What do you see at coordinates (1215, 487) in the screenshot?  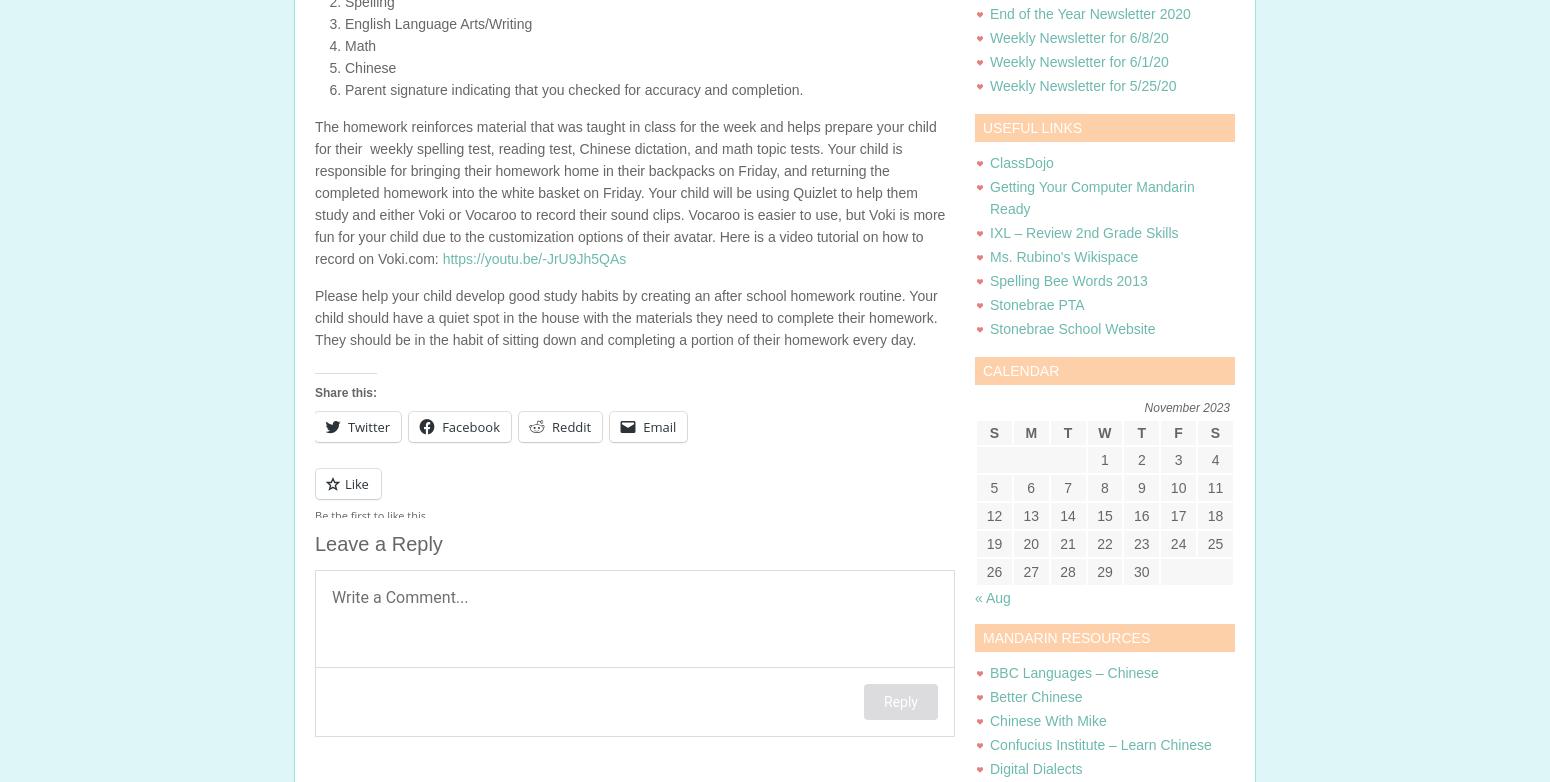 I see `'11'` at bounding box center [1215, 487].